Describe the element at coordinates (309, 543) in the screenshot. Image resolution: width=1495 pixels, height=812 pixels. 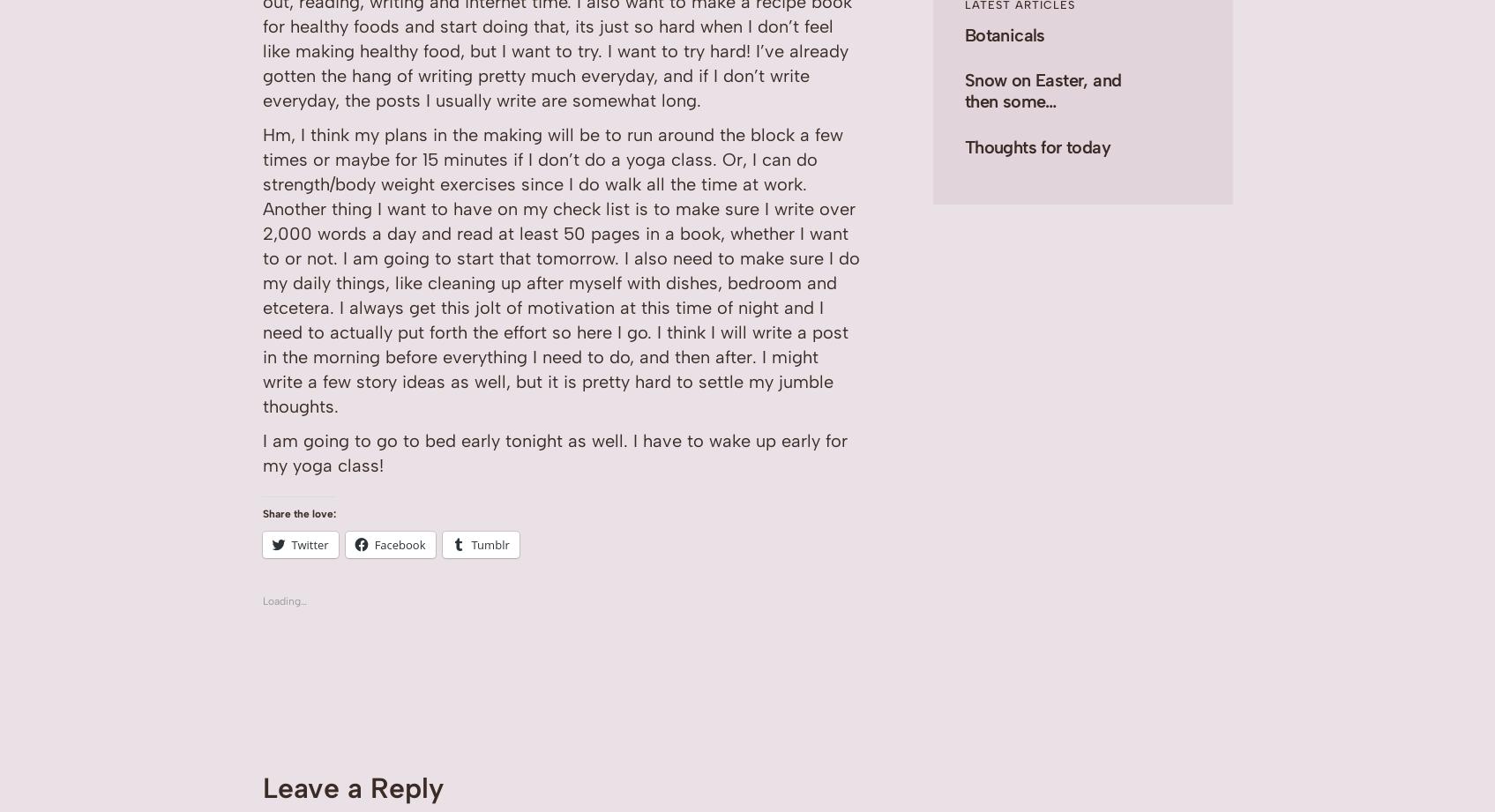
I see `'Twitter'` at that location.